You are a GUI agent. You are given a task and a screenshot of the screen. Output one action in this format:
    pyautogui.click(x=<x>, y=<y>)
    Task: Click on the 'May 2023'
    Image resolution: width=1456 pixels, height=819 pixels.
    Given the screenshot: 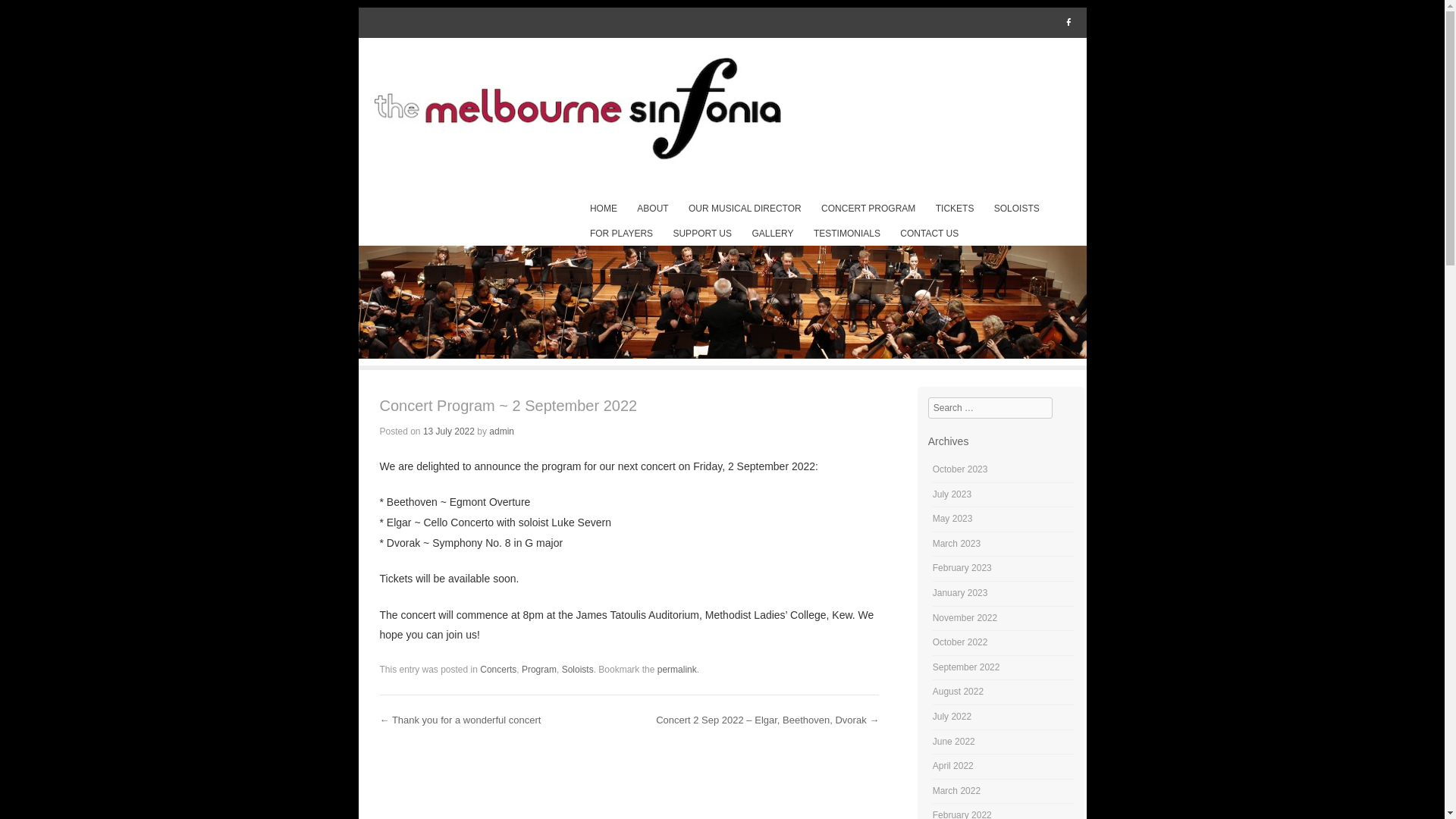 What is the action you would take?
    pyautogui.click(x=952, y=517)
    